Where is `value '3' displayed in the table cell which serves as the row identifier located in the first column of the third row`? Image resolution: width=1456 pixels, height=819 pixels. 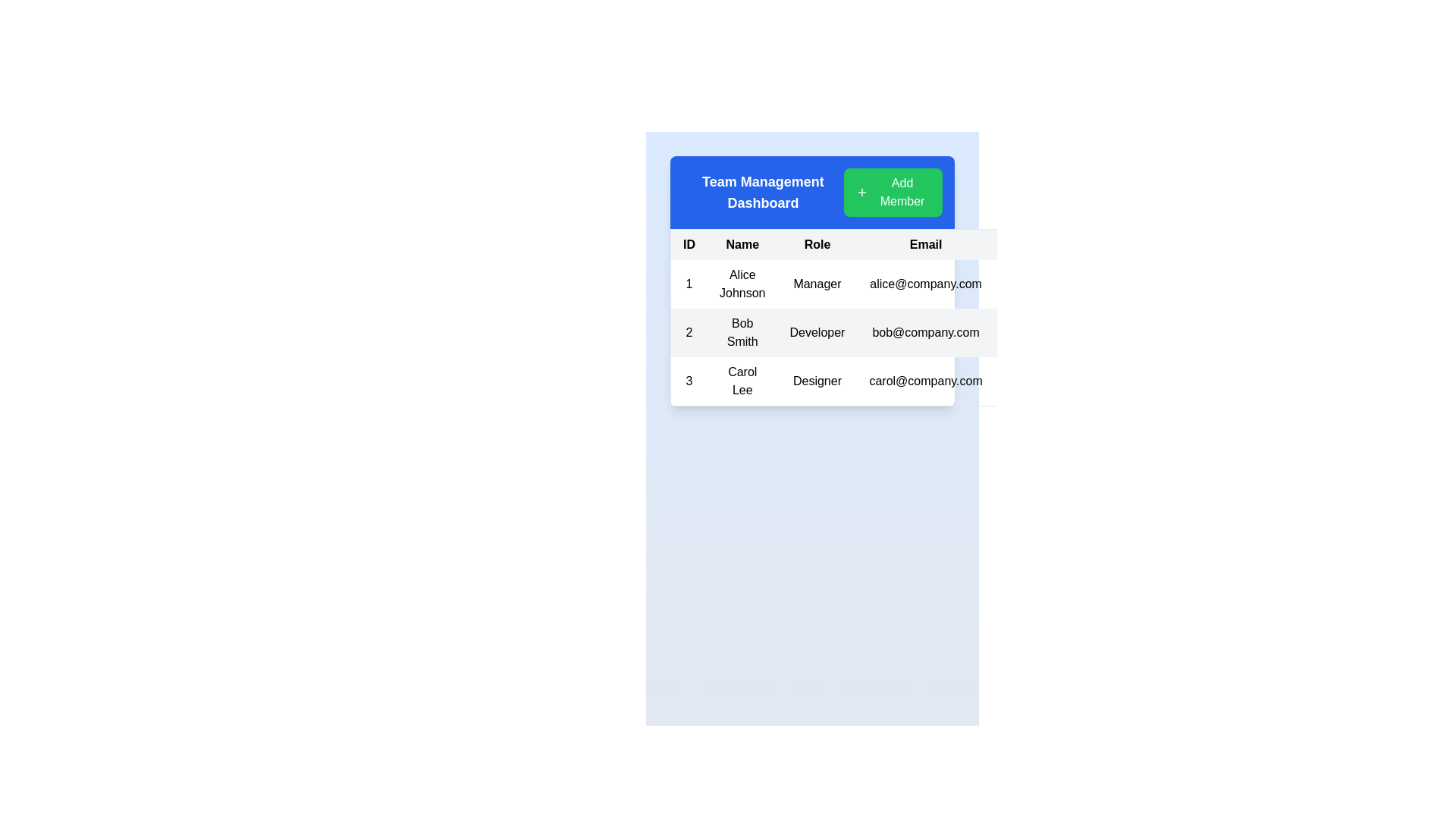
value '3' displayed in the table cell which serves as the row identifier located in the first column of the third row is located at coordinates (688, 381).